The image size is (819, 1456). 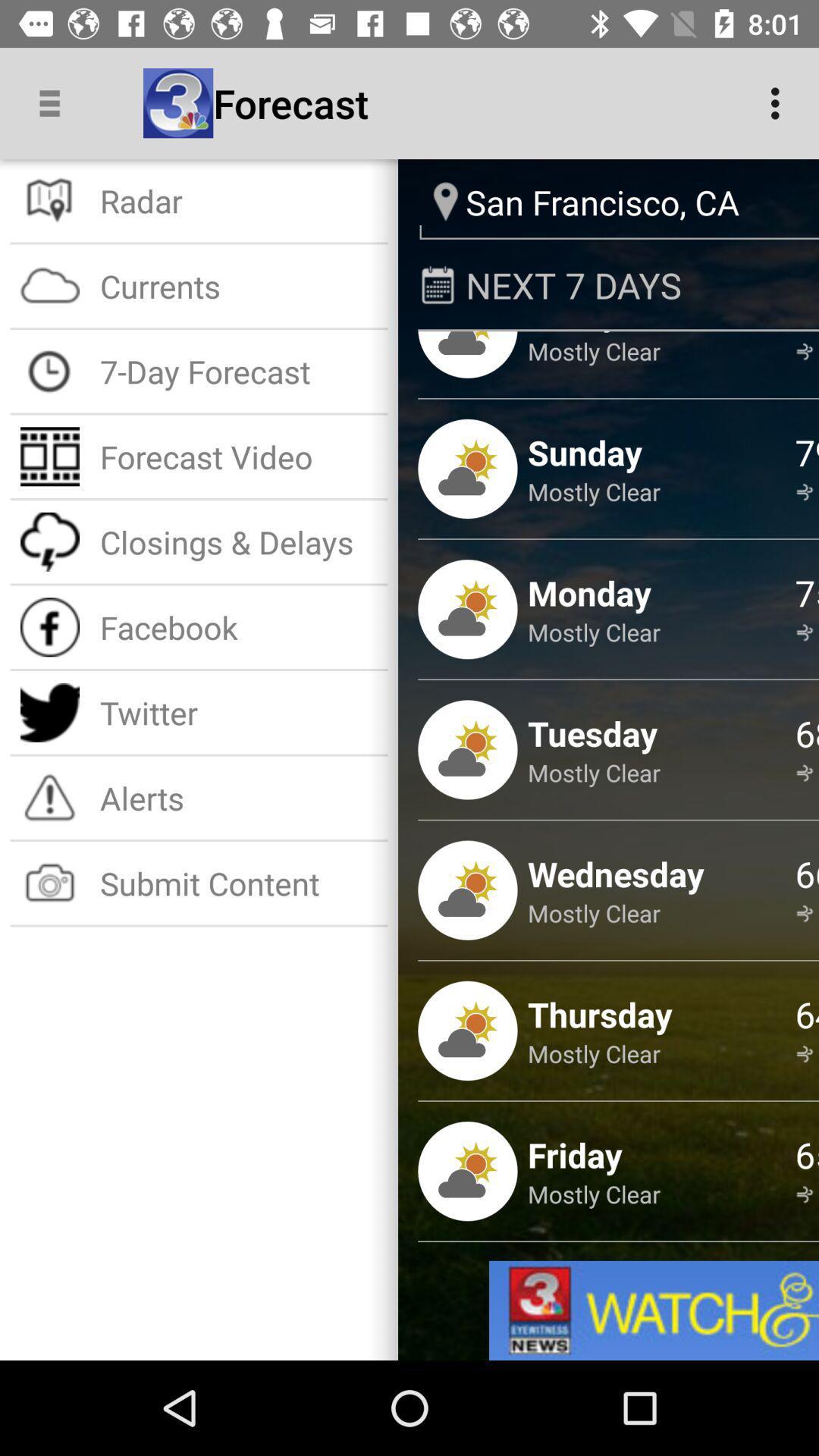 I want to click on advertisement, so click(x=653, y=1310).